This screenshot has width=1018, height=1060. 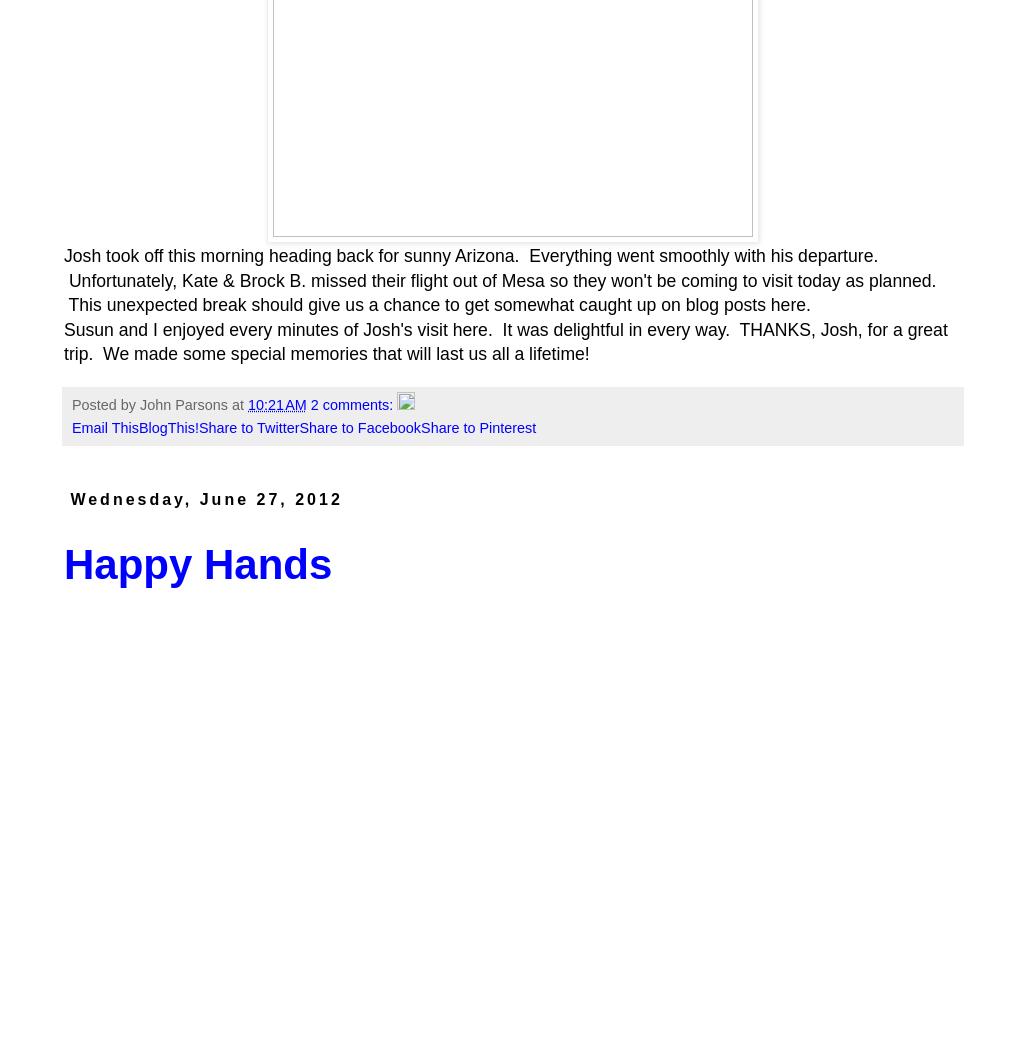 What do you see at coordinates (247, 427) in the screenshot?
I see `'Share to Twitter'` at bounding box center [247, 427].